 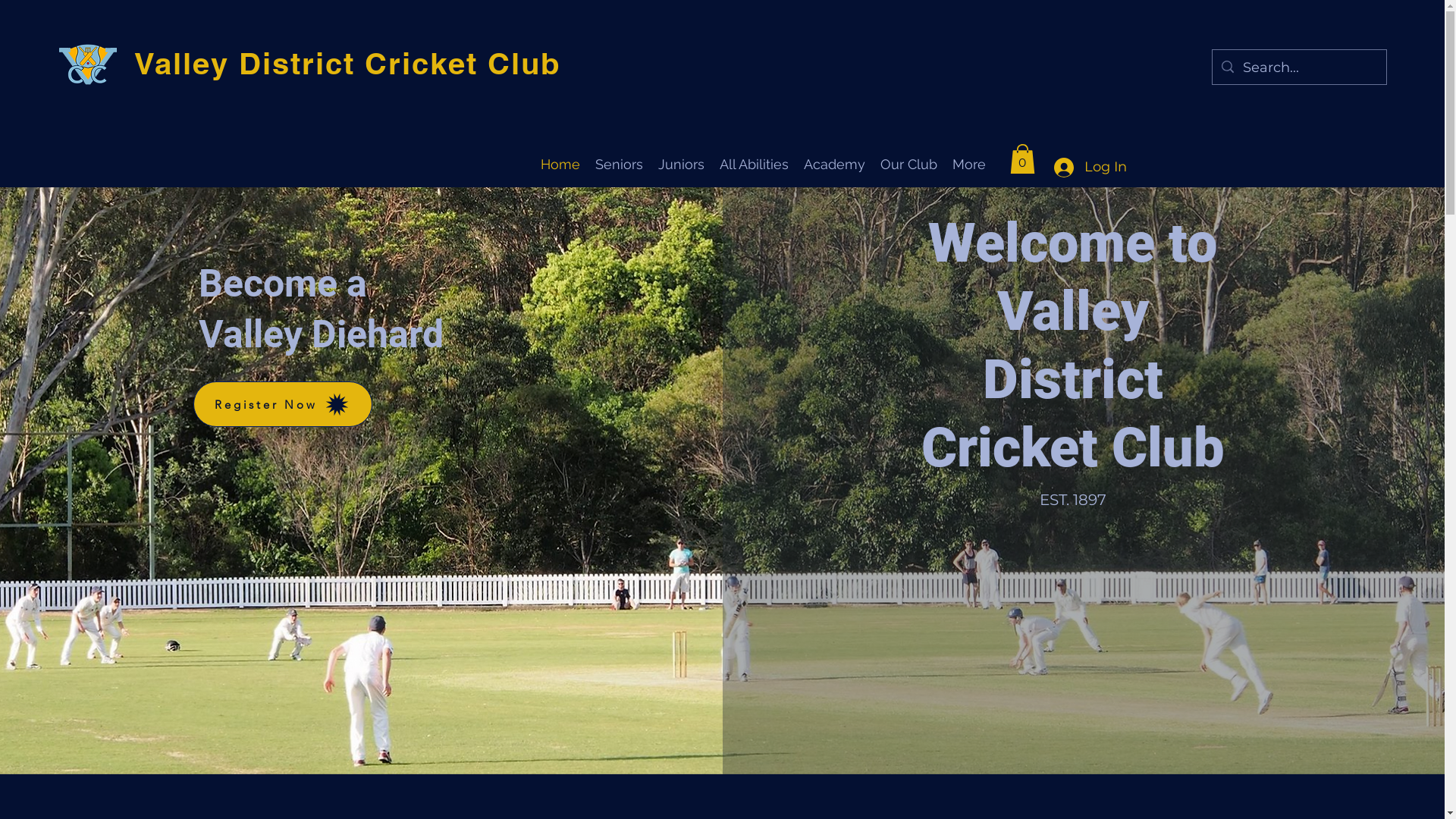 I want to click on 'Log In', so click(x=1084, y=167).